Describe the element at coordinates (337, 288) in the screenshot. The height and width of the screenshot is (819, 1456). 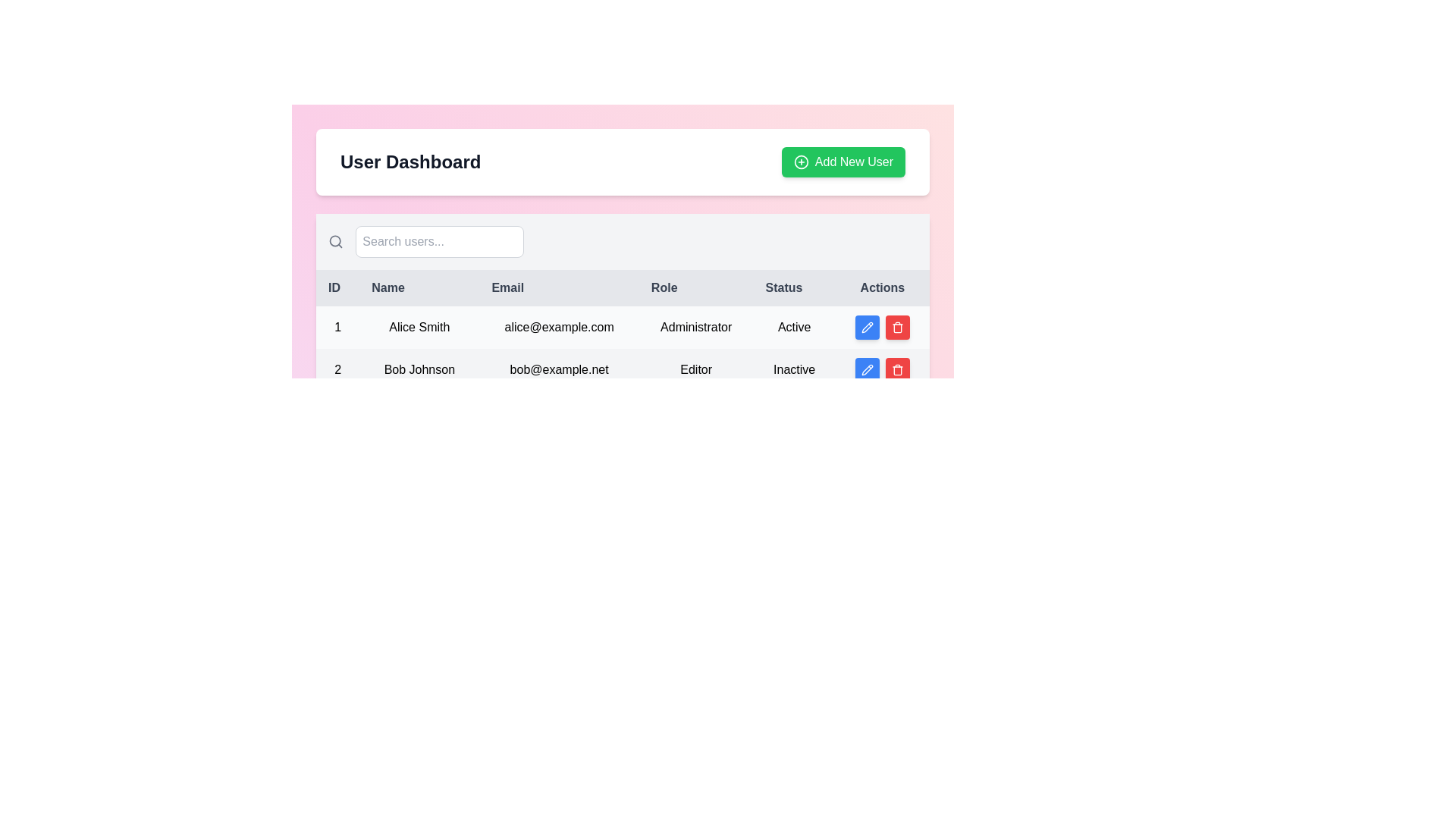
I see `the first column header text label that represents unique identifiers (IDs) in the table layout` at that location.